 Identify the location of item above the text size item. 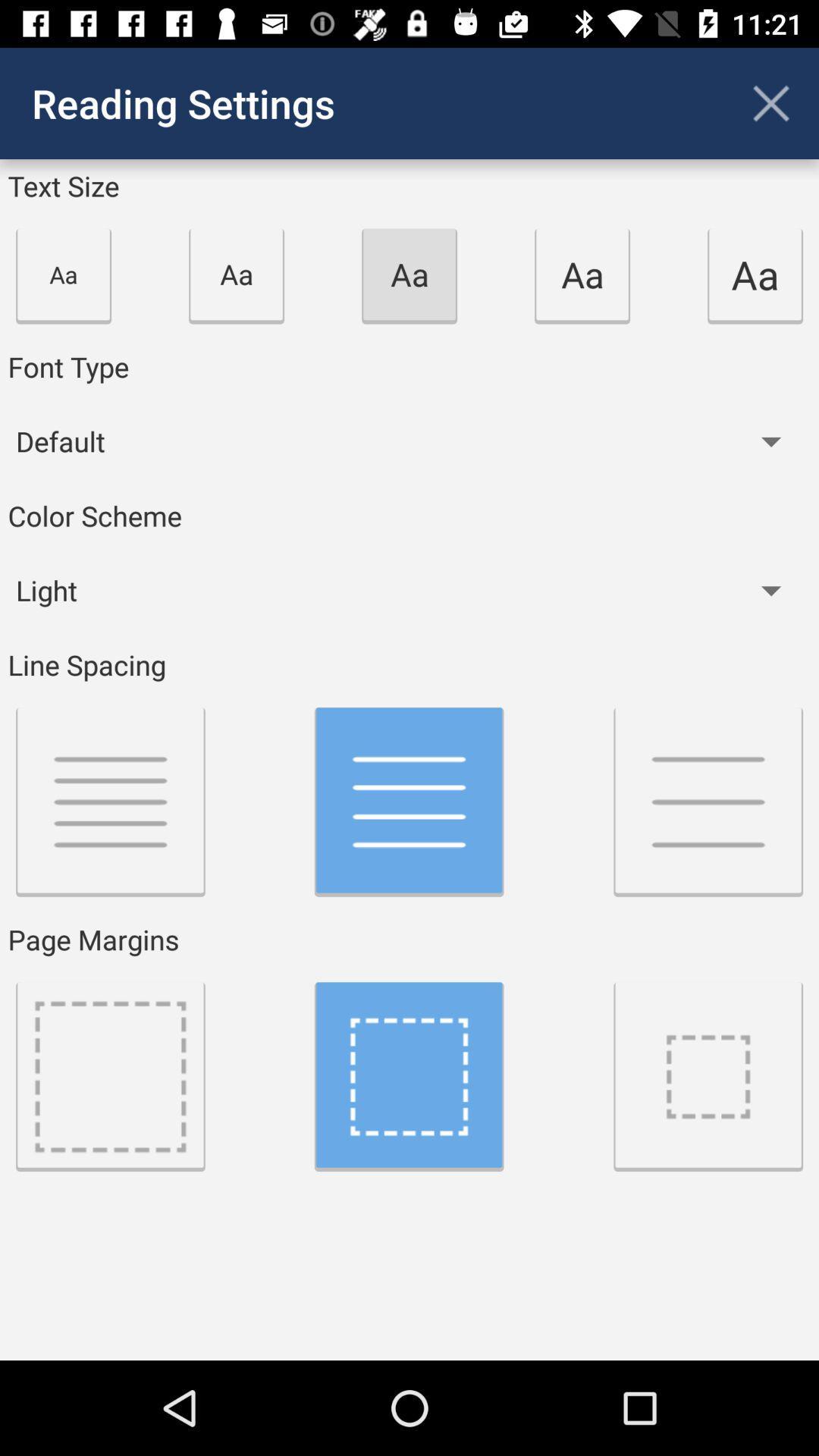
(771, 102).